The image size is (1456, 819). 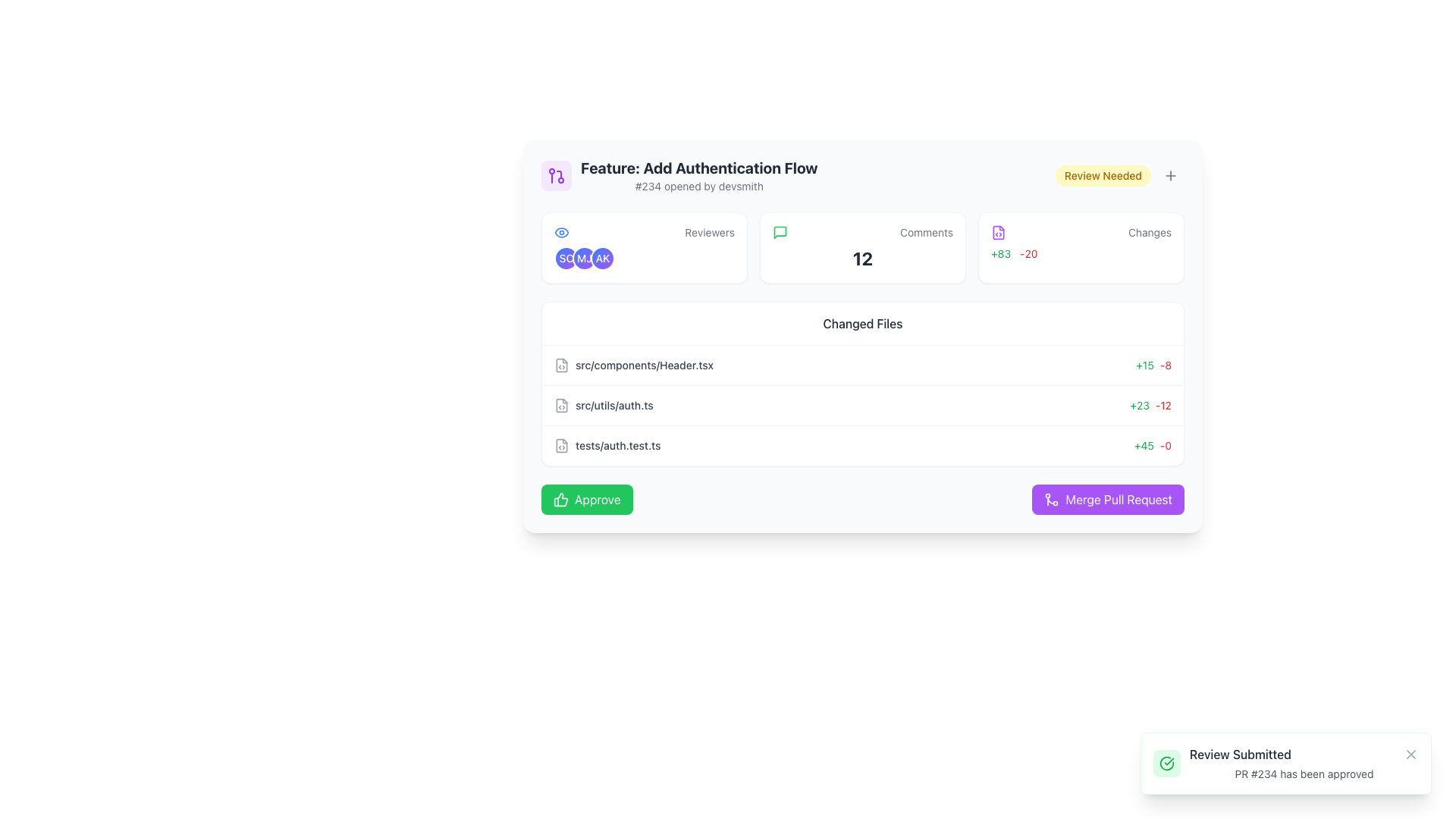 I want to click on the informational box displaying the list of changed files and their change counts, which is centrally located below the 'Comments' and 'Changes' sections and above the 'Approve' and 'Merge Pull Request' buttons, so click(x=862, y=383).